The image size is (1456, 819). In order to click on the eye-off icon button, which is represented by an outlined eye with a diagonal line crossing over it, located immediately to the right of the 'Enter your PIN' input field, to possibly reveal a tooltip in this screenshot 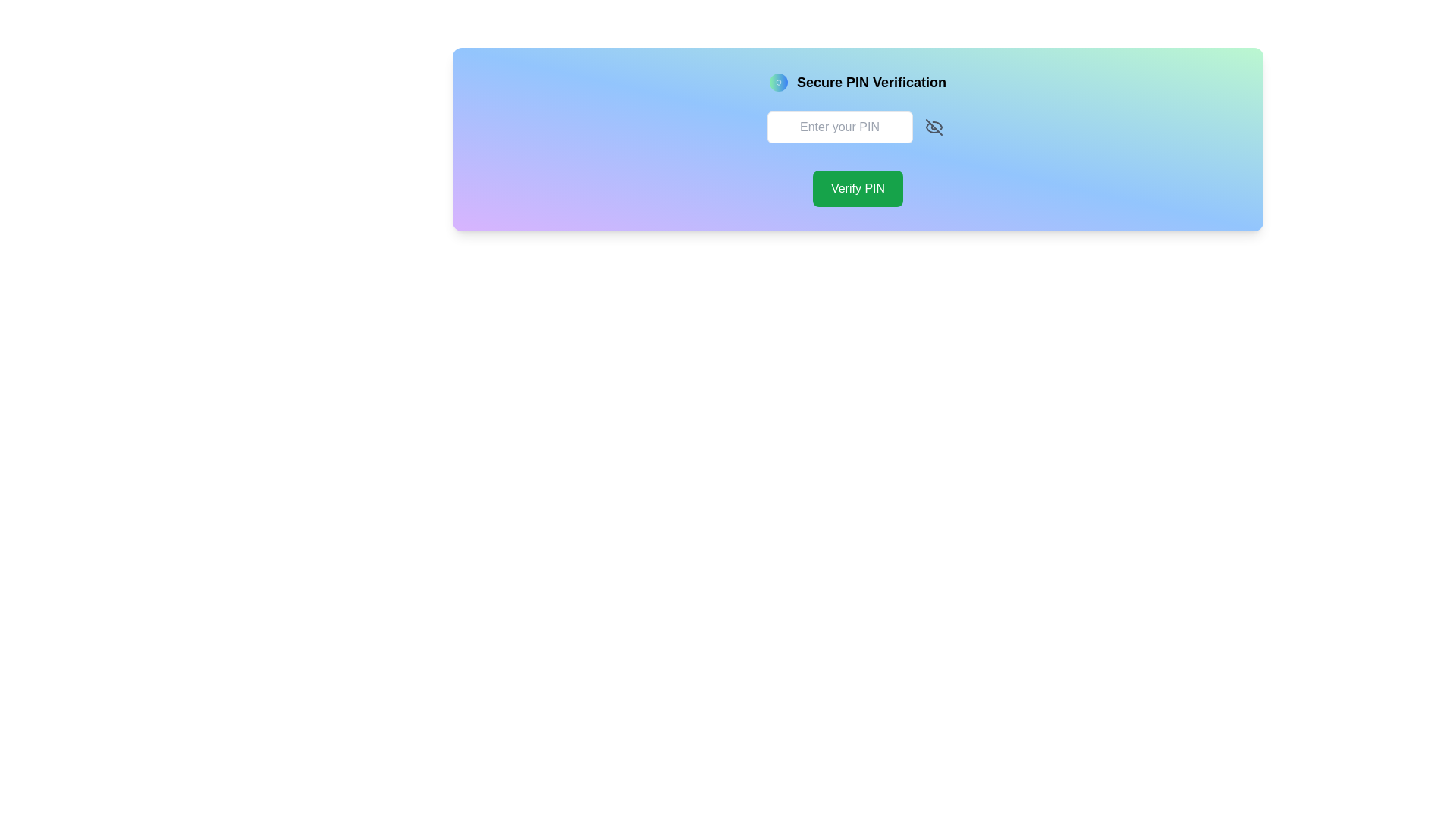, I will do `click(933, 127)`.